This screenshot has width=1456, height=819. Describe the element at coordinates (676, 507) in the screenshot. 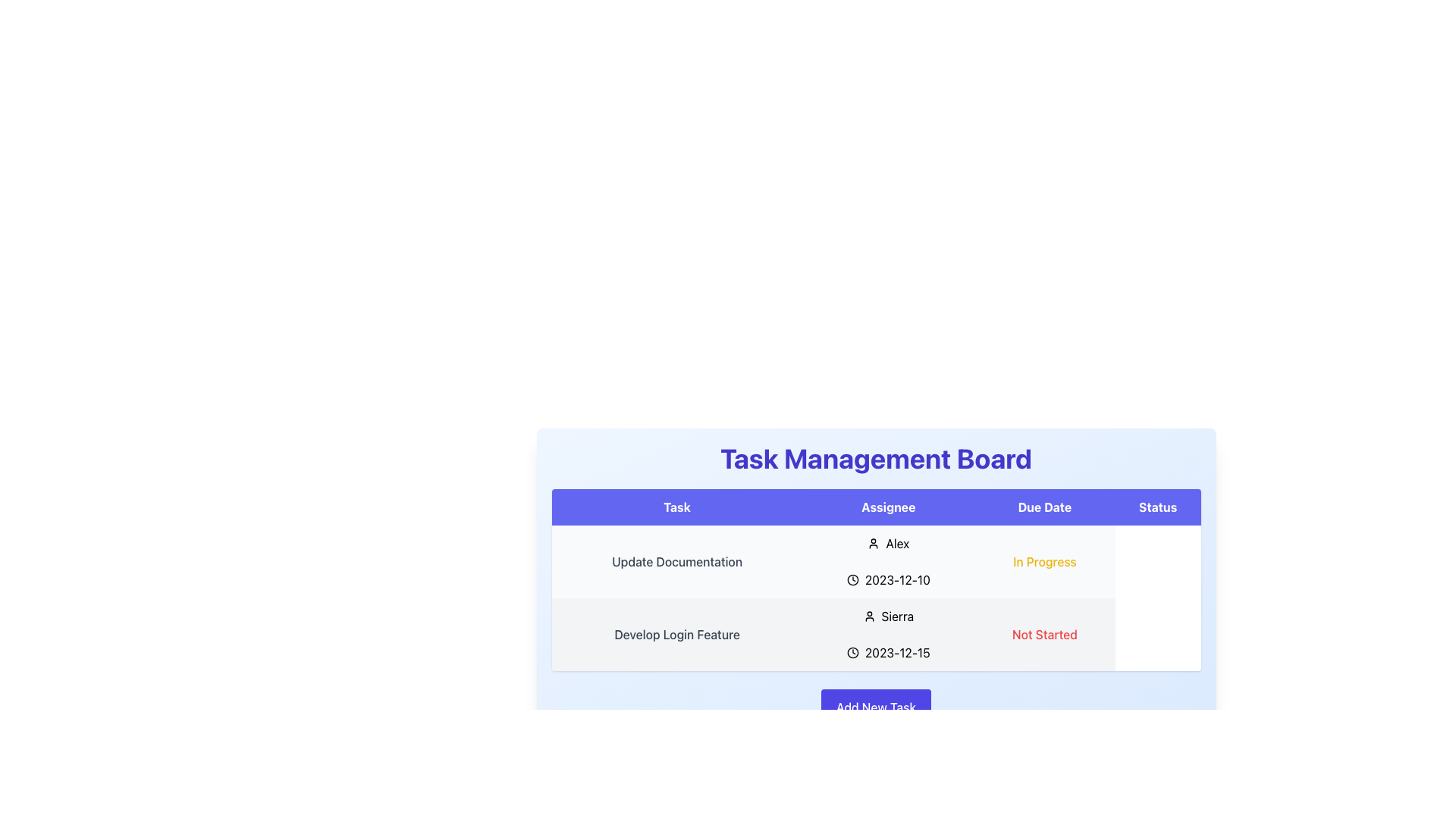

I see `the 'Task' text label with a purple background, which is the first column header in the task management table` at that location.